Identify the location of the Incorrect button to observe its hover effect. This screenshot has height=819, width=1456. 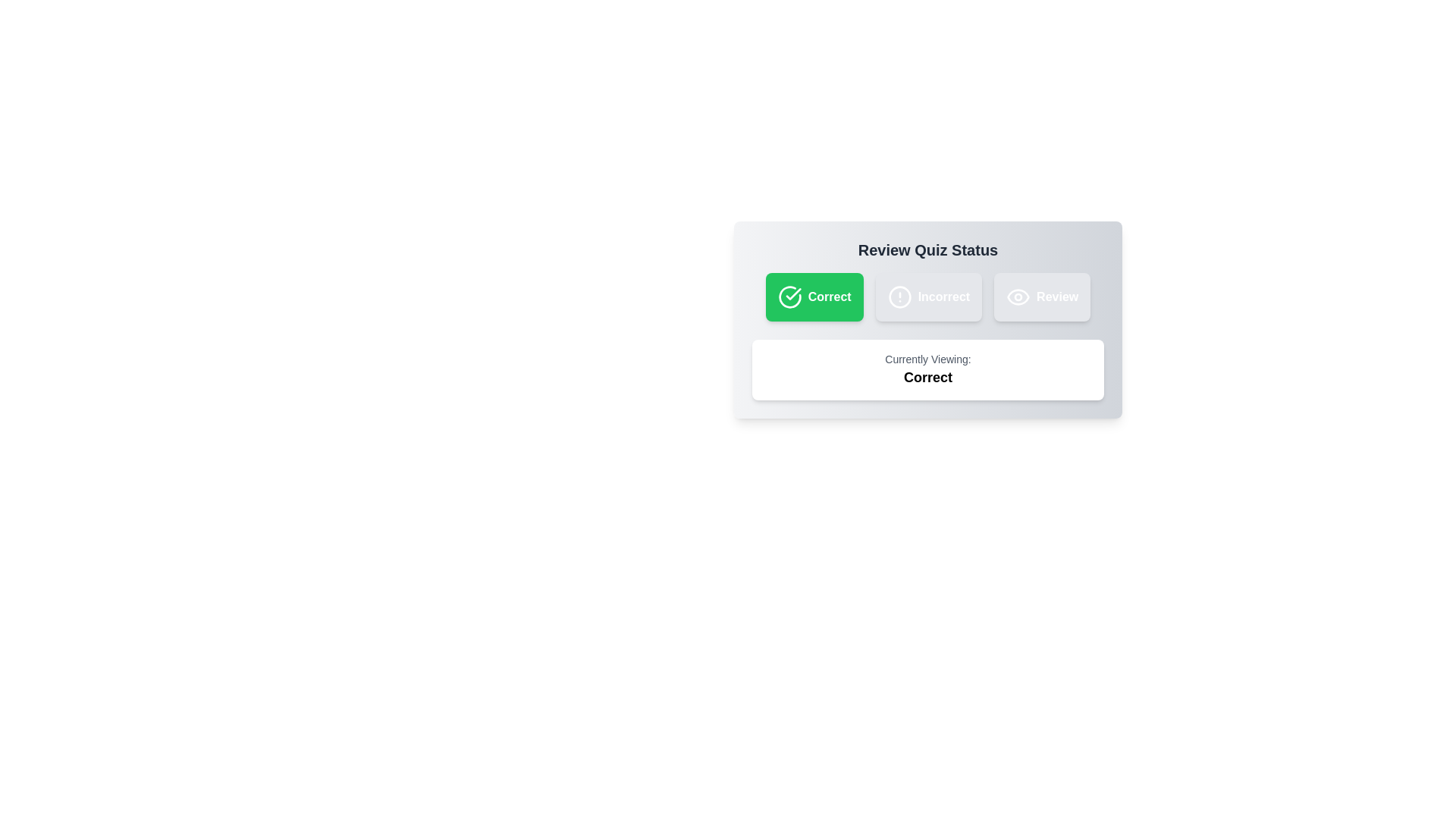
(927, 297).